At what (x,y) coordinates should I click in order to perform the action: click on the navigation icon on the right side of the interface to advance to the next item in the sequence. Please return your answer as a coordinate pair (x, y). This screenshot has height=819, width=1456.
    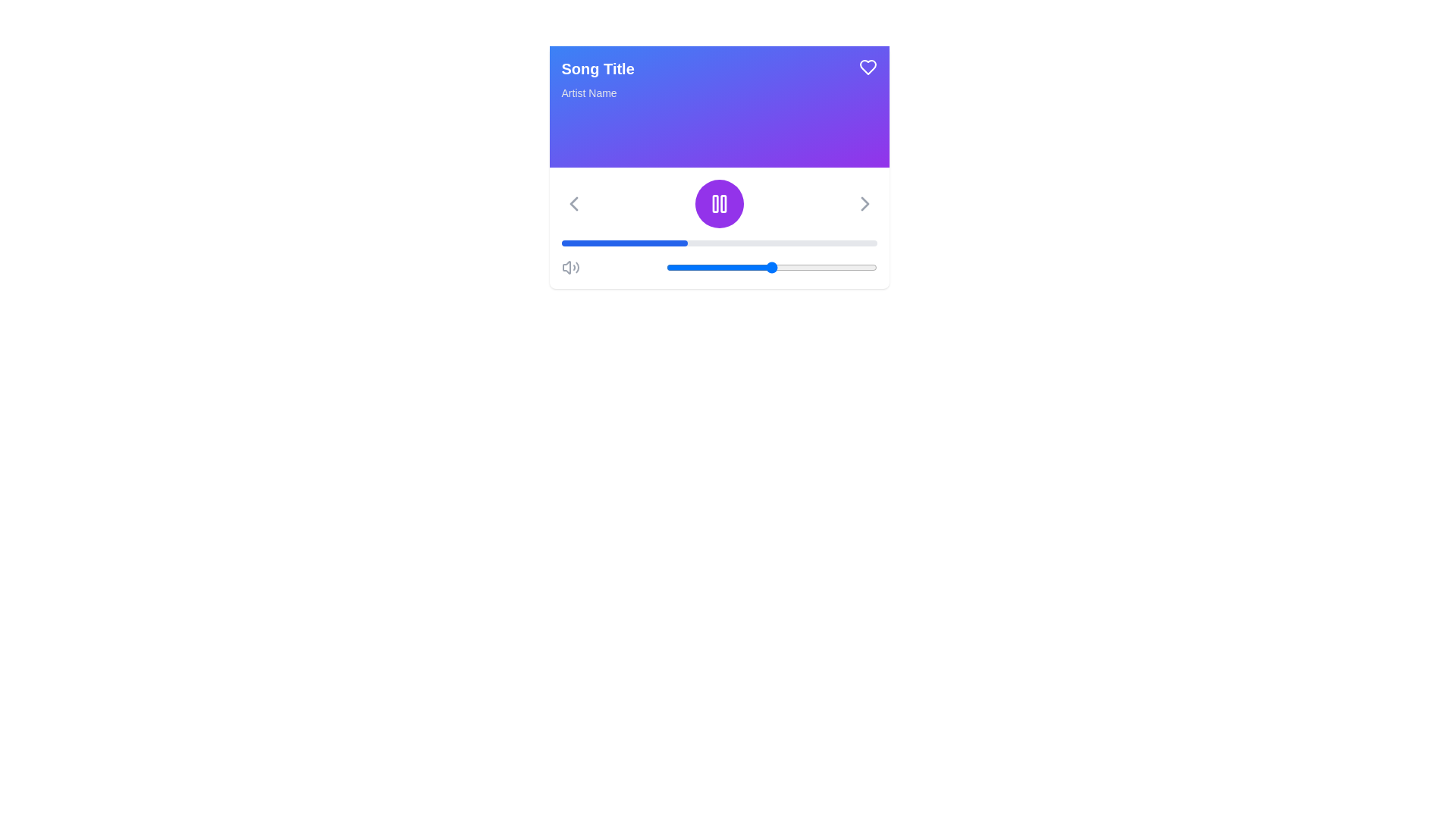
    Looking at the image, I should click on (864, 203).